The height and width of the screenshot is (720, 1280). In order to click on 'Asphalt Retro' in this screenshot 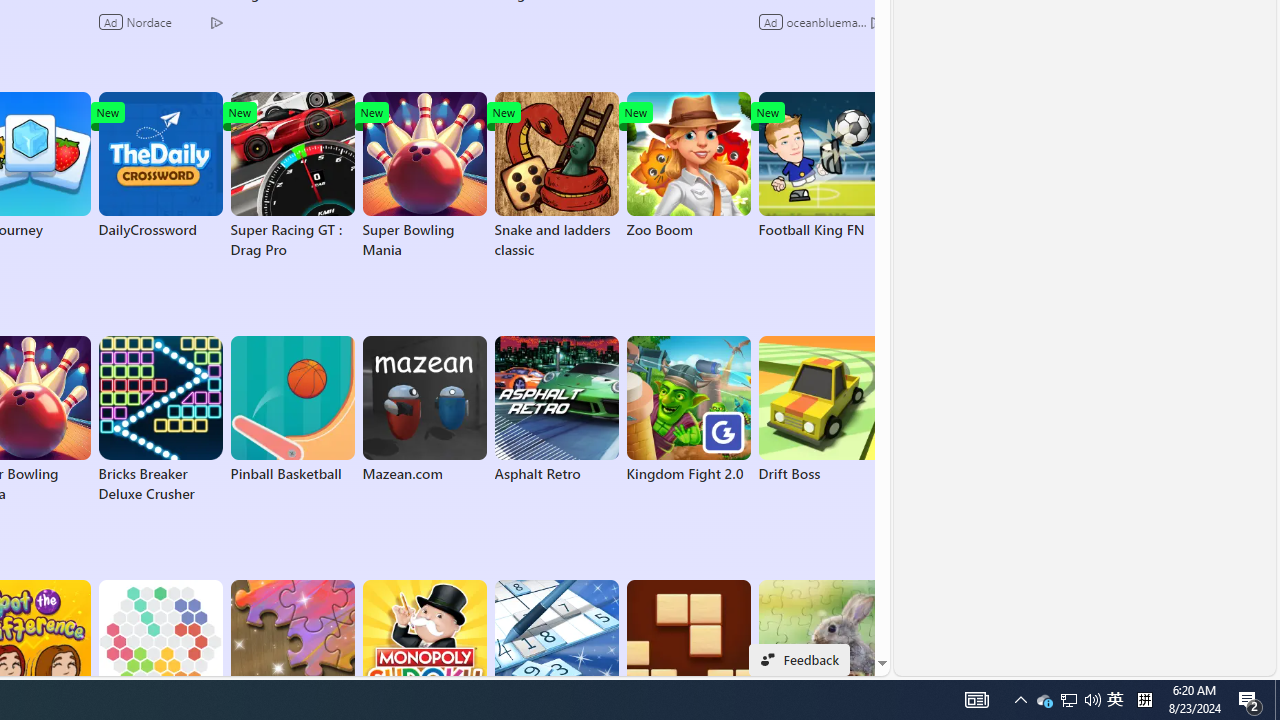, I will do `click(556, 409)`.